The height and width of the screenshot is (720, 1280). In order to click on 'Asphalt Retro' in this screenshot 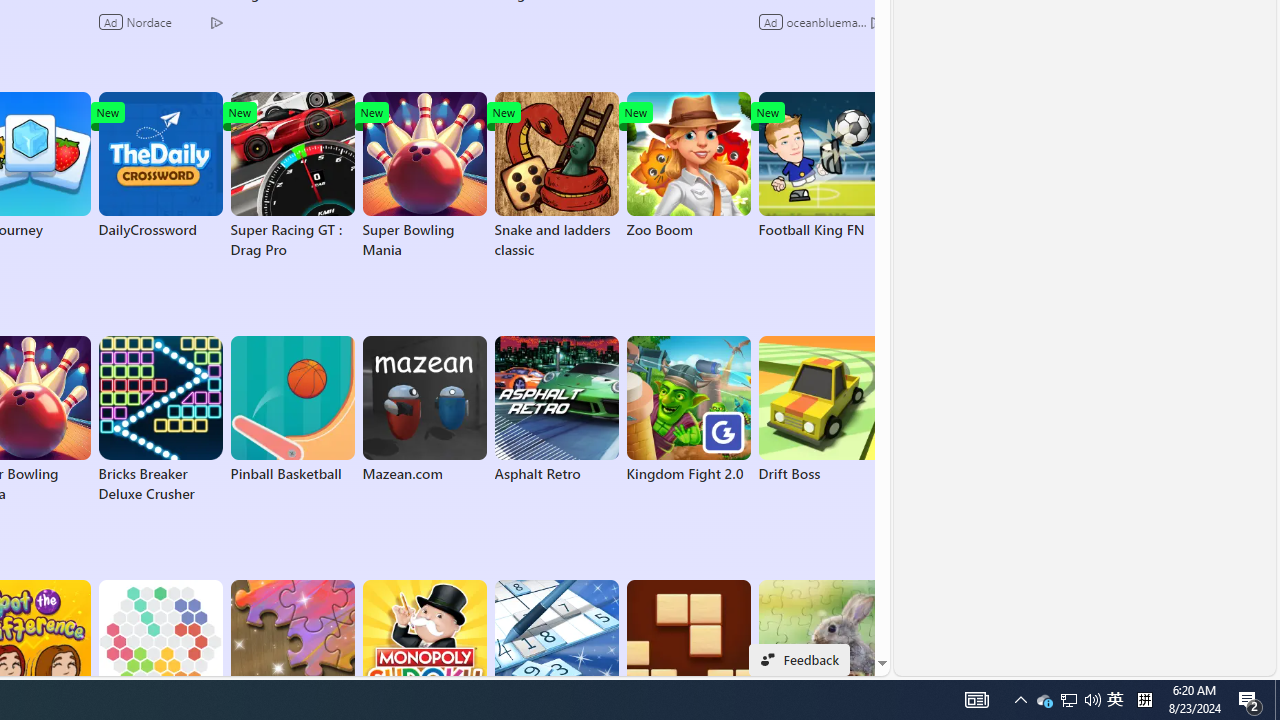, I will do `click(556, 409)`.